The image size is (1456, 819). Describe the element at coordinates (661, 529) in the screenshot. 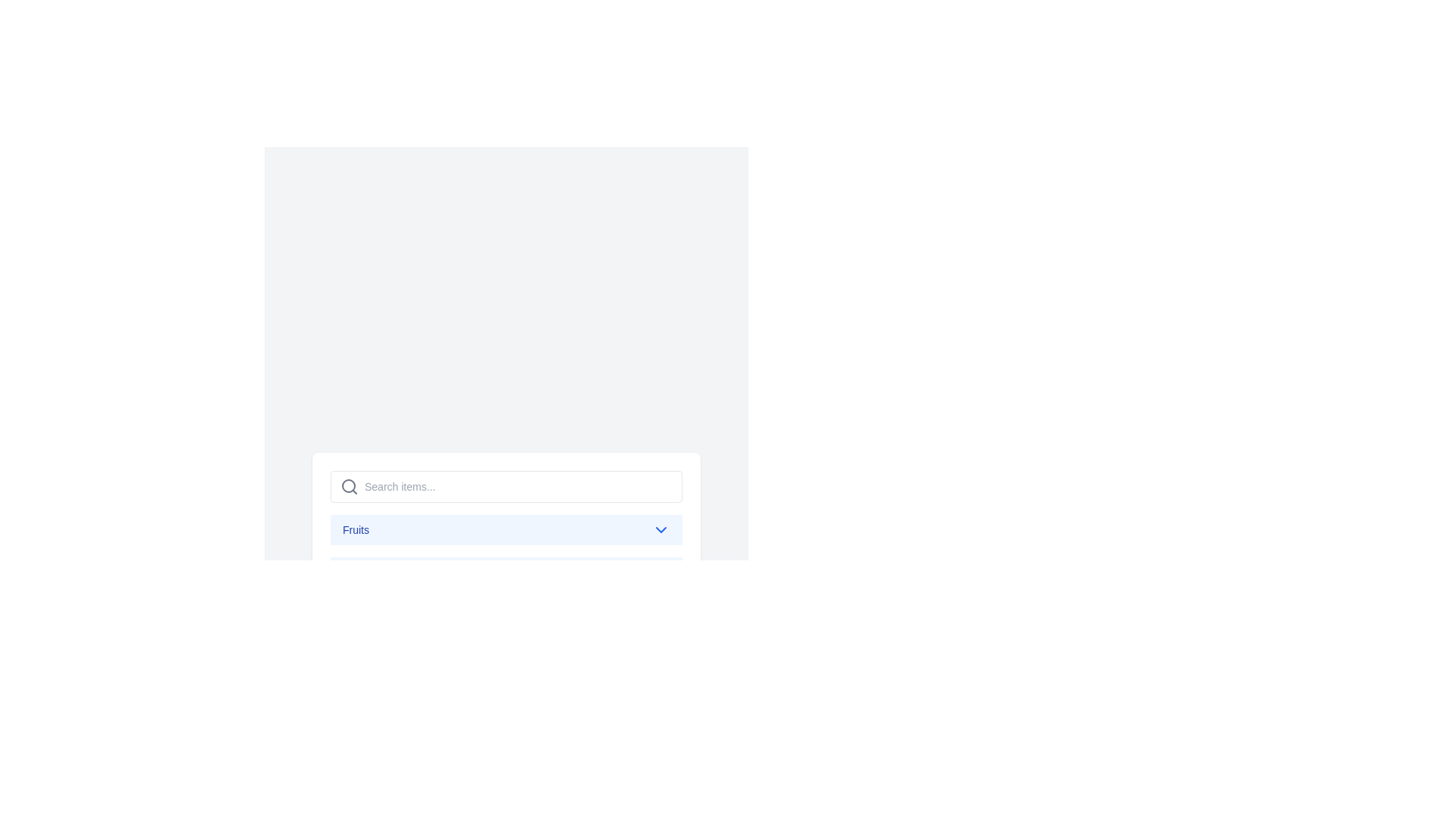

I see `the dropdown indicator icon located at the far right of the blue bar labeled 'Fruits'` at that location.